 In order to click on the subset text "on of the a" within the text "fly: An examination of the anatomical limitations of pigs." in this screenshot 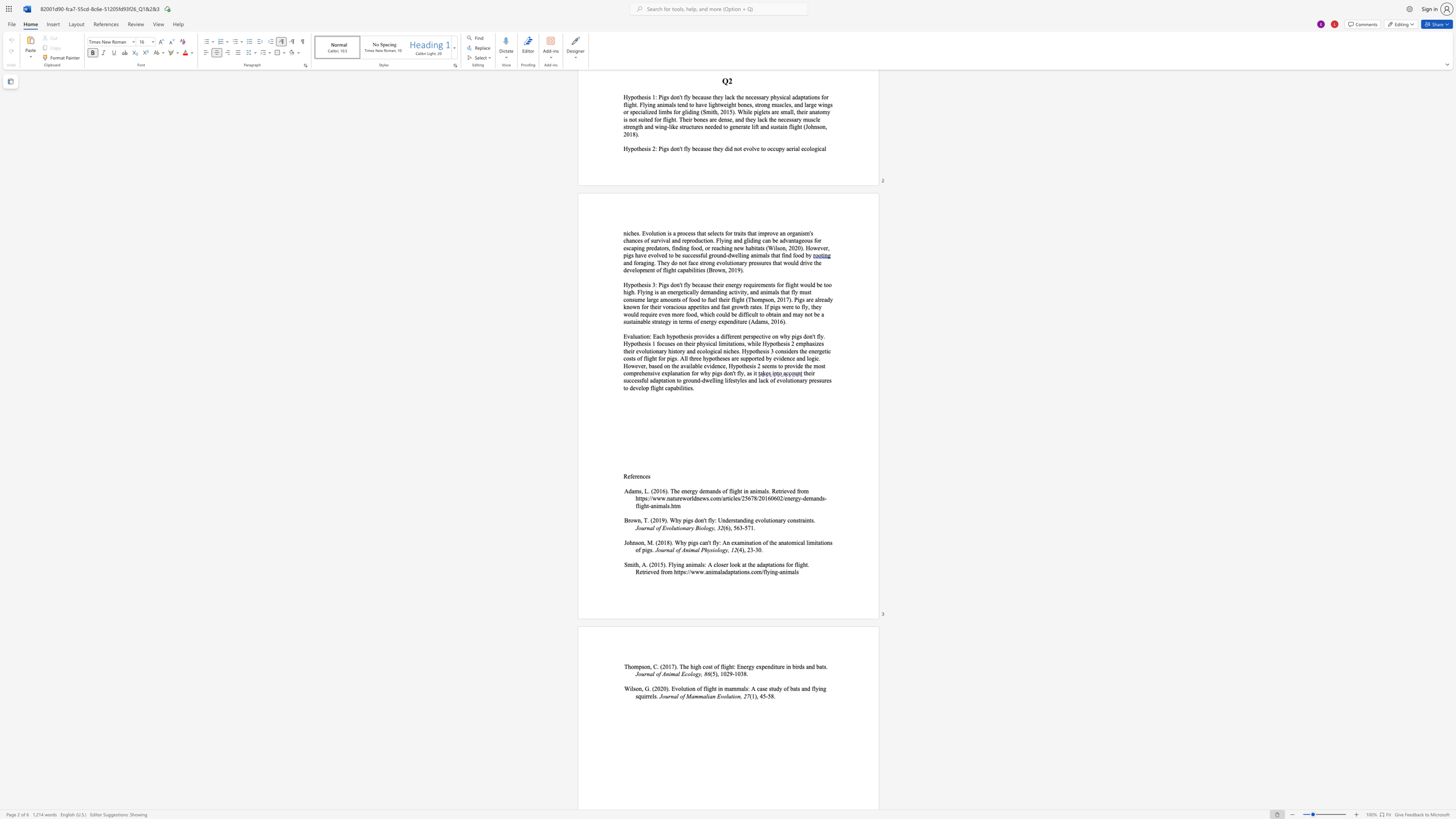, I will do `click(755, 542)`.